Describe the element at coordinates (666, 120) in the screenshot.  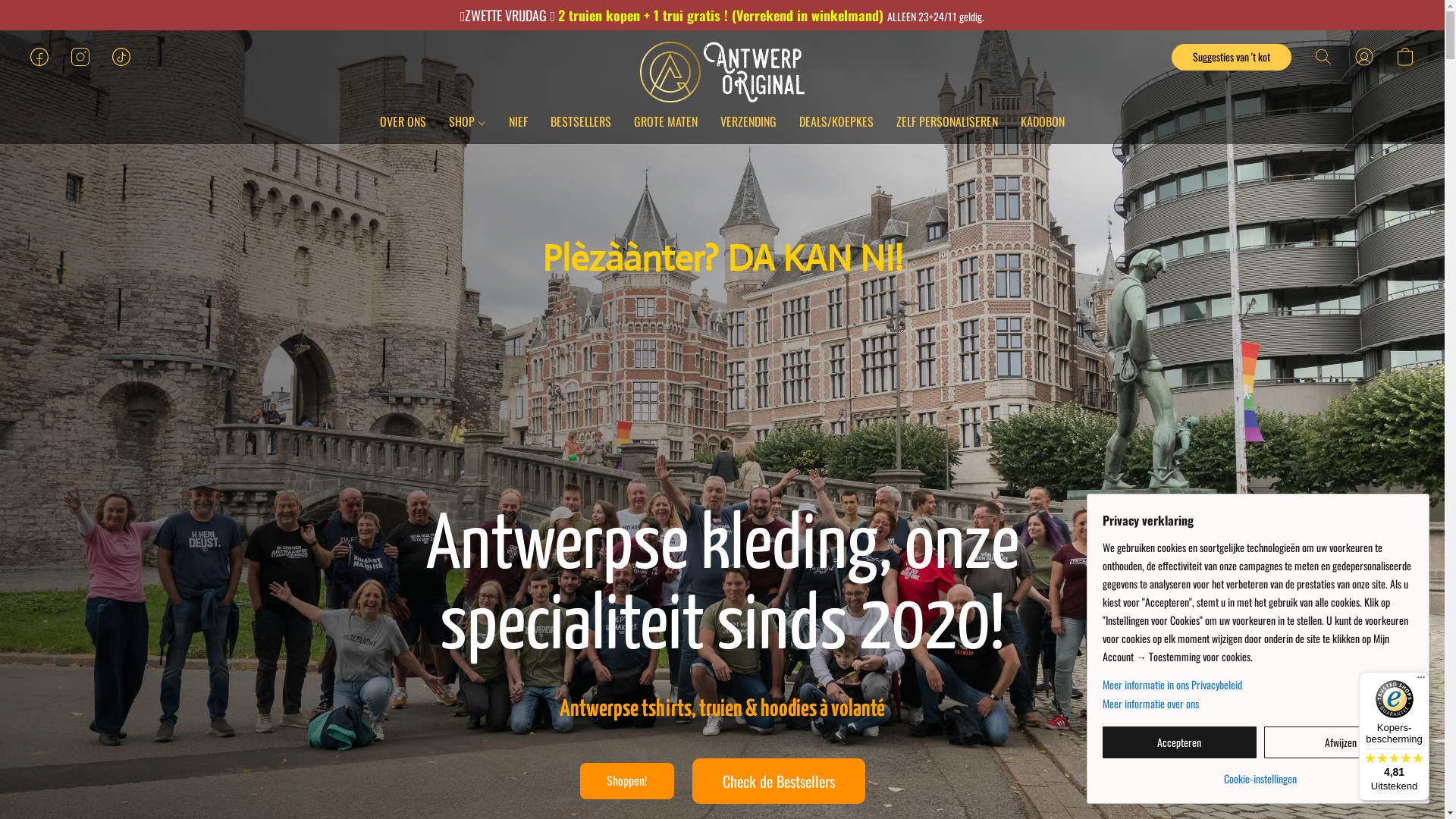
I see `'GROTE MATEN'` at that location.